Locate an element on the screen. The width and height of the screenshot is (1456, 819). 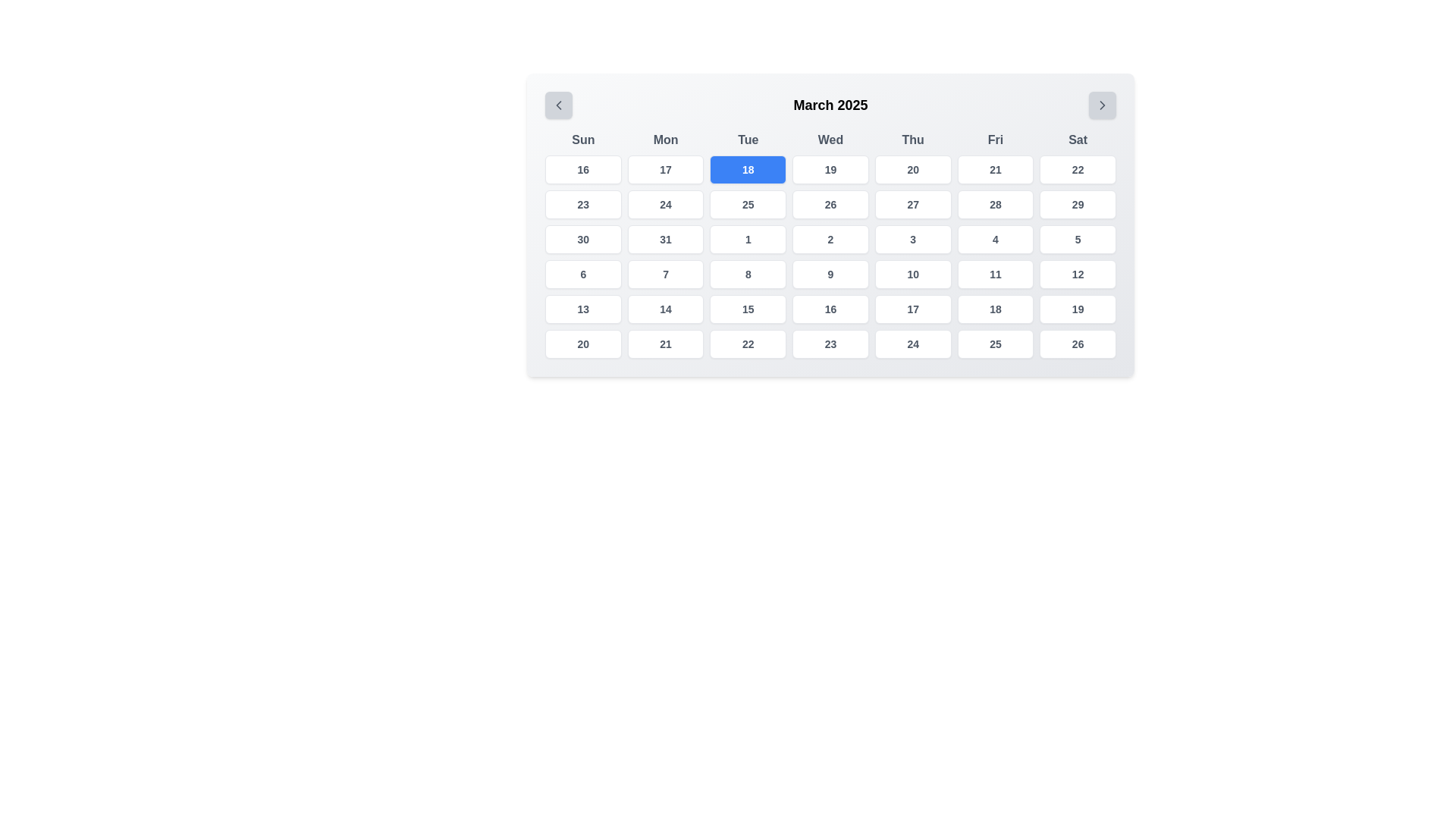
the button-like UI element representing a specific day in March 2025, located under 'Sun' in the calendar layout is located at coordinates (582, 169).